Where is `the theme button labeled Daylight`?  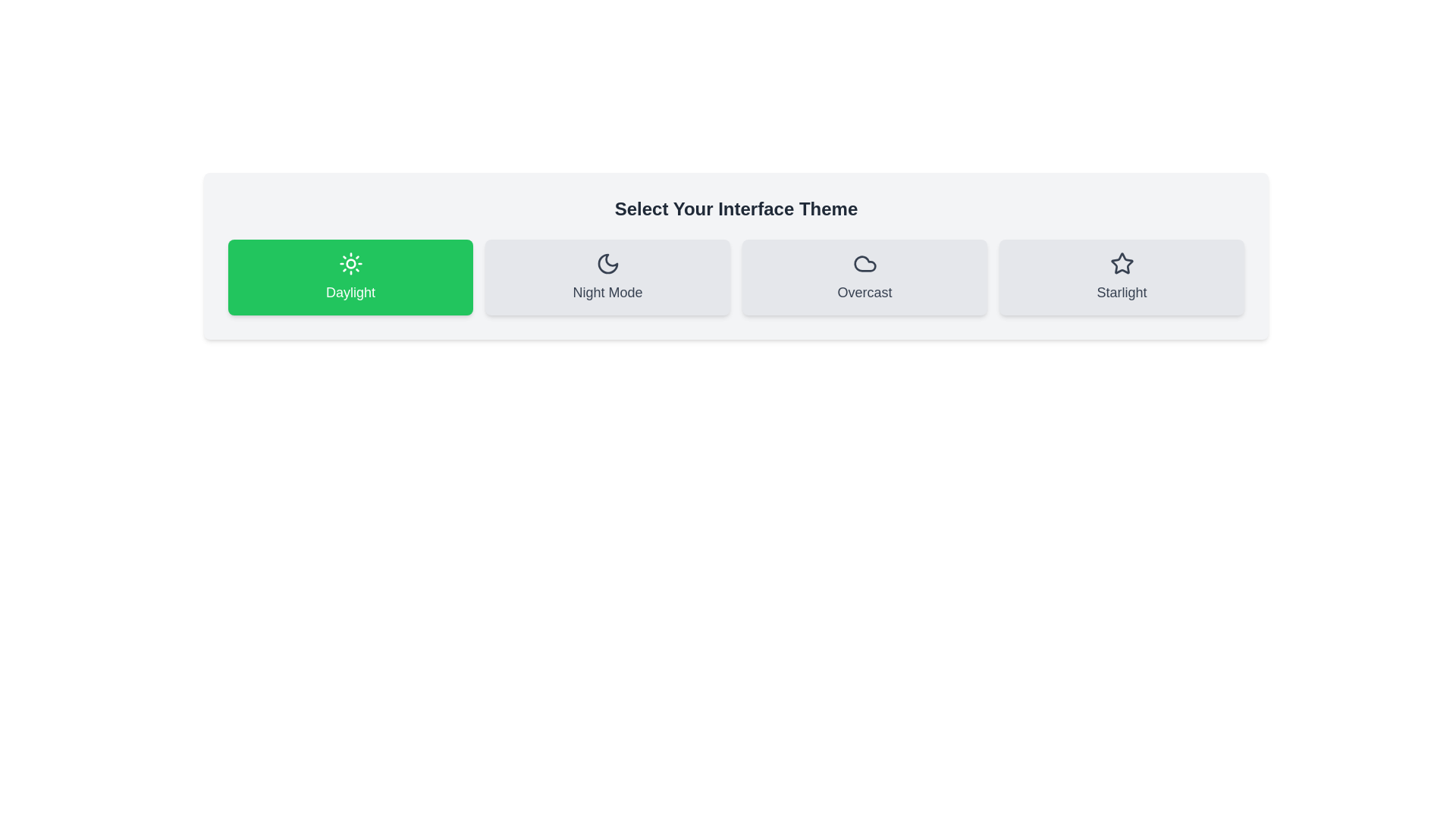
the theme button labeled Daylight is located at coordinates (350, 278).